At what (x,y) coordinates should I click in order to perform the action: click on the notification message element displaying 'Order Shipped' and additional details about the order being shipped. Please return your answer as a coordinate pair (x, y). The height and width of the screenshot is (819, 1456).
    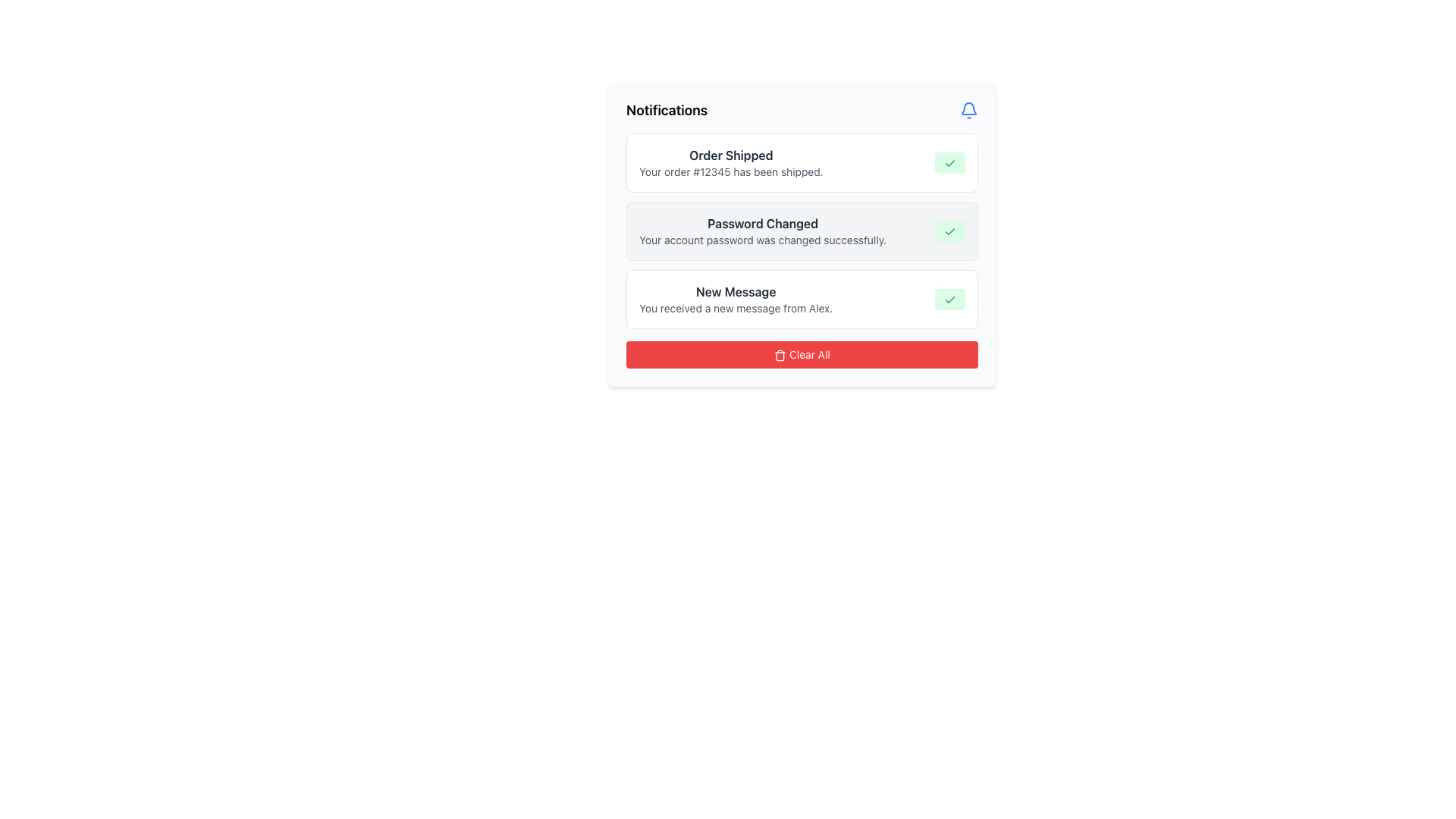
    Looking at the image, I should click on (731, 163).